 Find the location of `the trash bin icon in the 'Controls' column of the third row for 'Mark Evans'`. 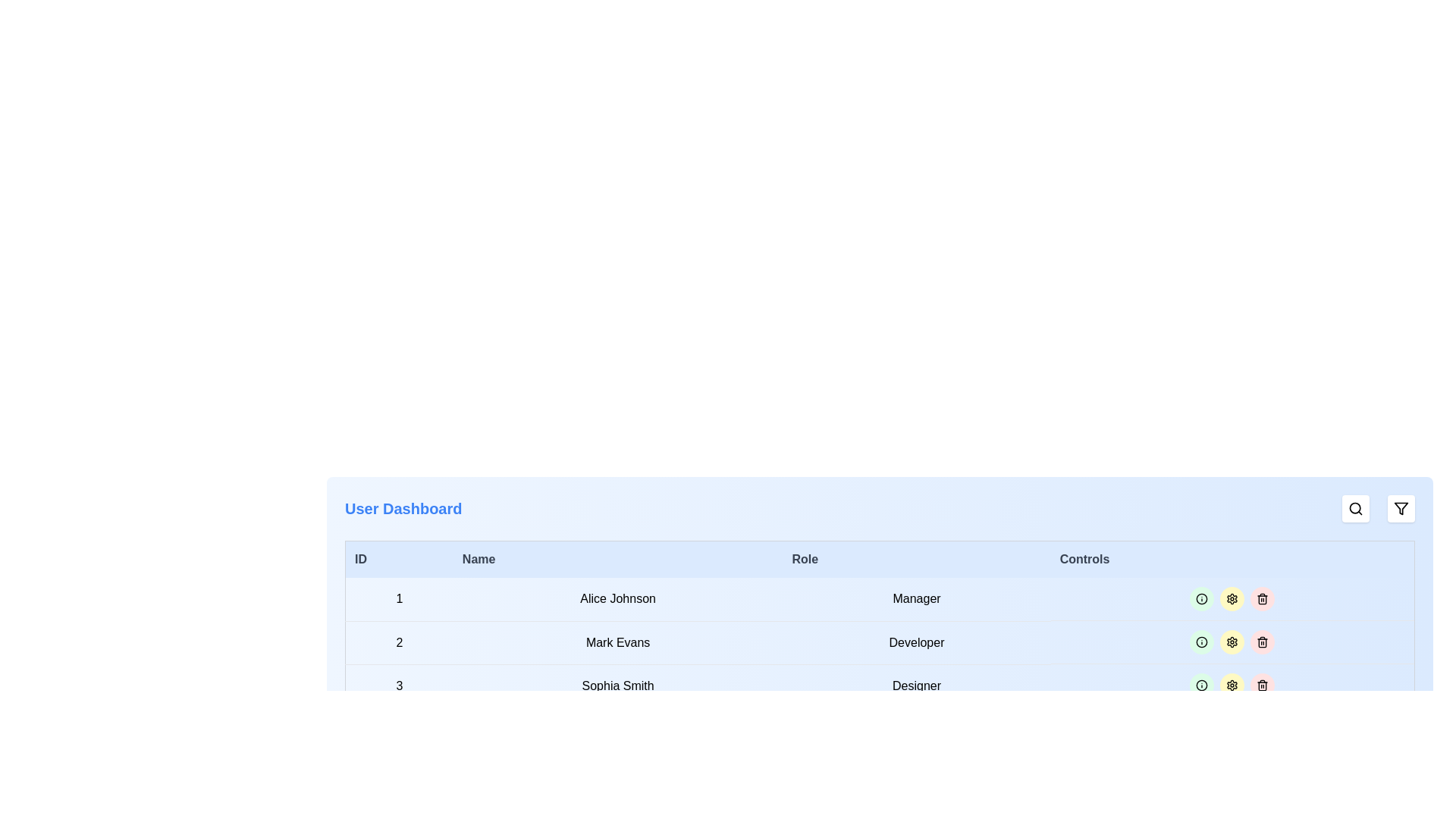

the trash bin icon in the 'Controls' column of the third row for 'Mark Evans' is located at coordinates (1263, 642).